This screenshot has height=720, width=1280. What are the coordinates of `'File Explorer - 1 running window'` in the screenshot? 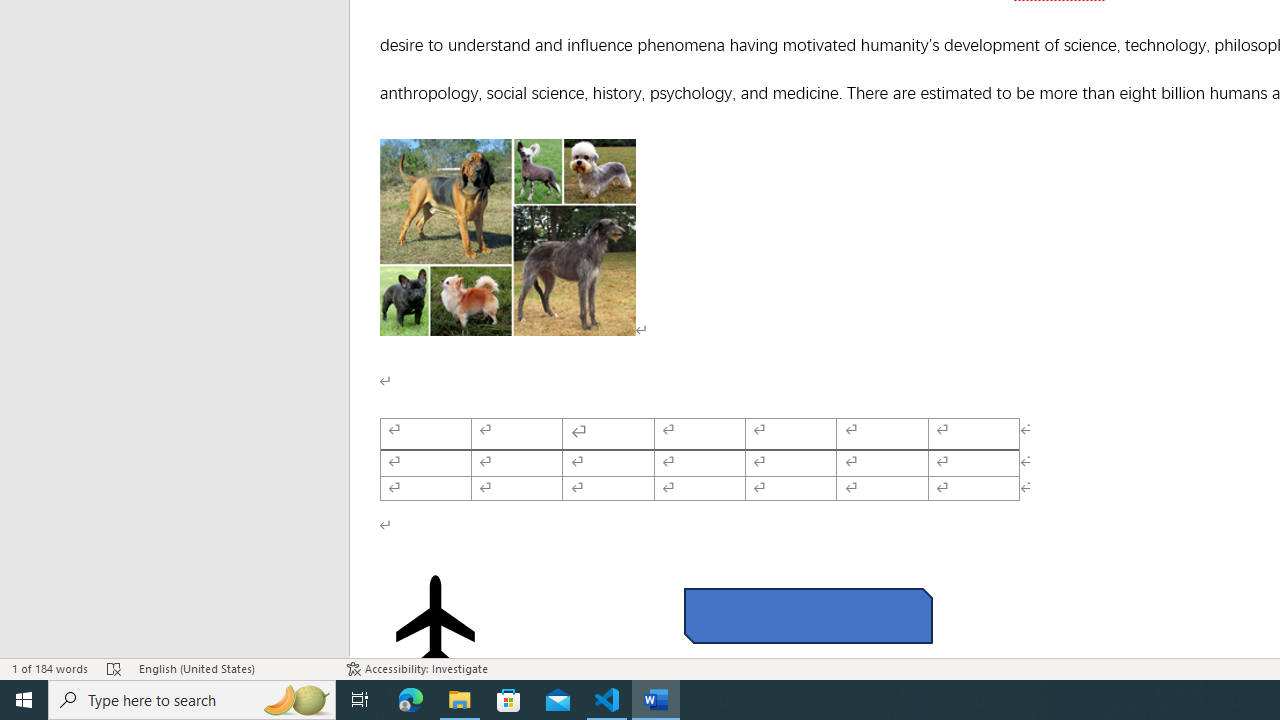 It's located at (459, 698).